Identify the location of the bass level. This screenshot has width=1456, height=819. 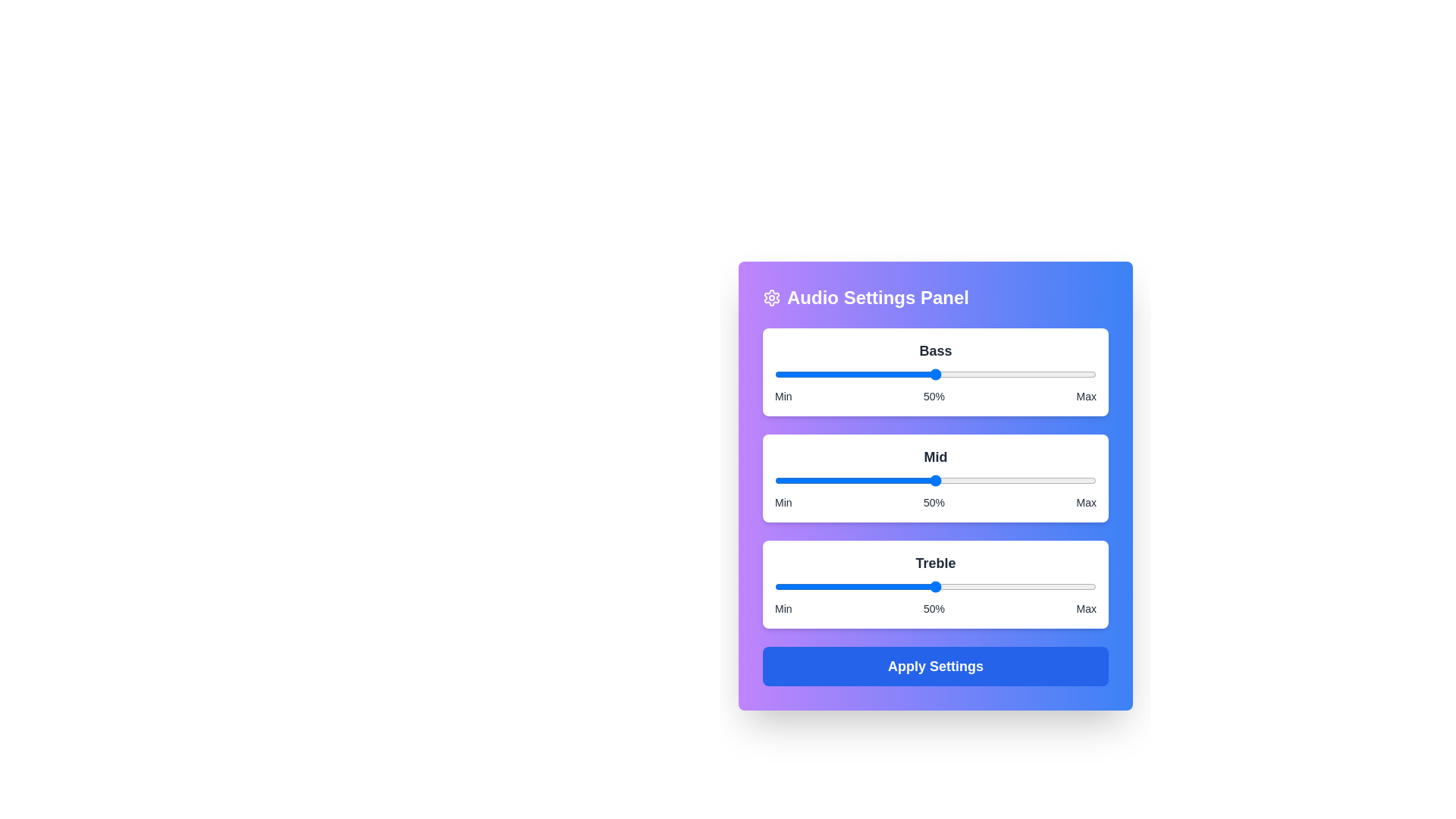
(977, 374).